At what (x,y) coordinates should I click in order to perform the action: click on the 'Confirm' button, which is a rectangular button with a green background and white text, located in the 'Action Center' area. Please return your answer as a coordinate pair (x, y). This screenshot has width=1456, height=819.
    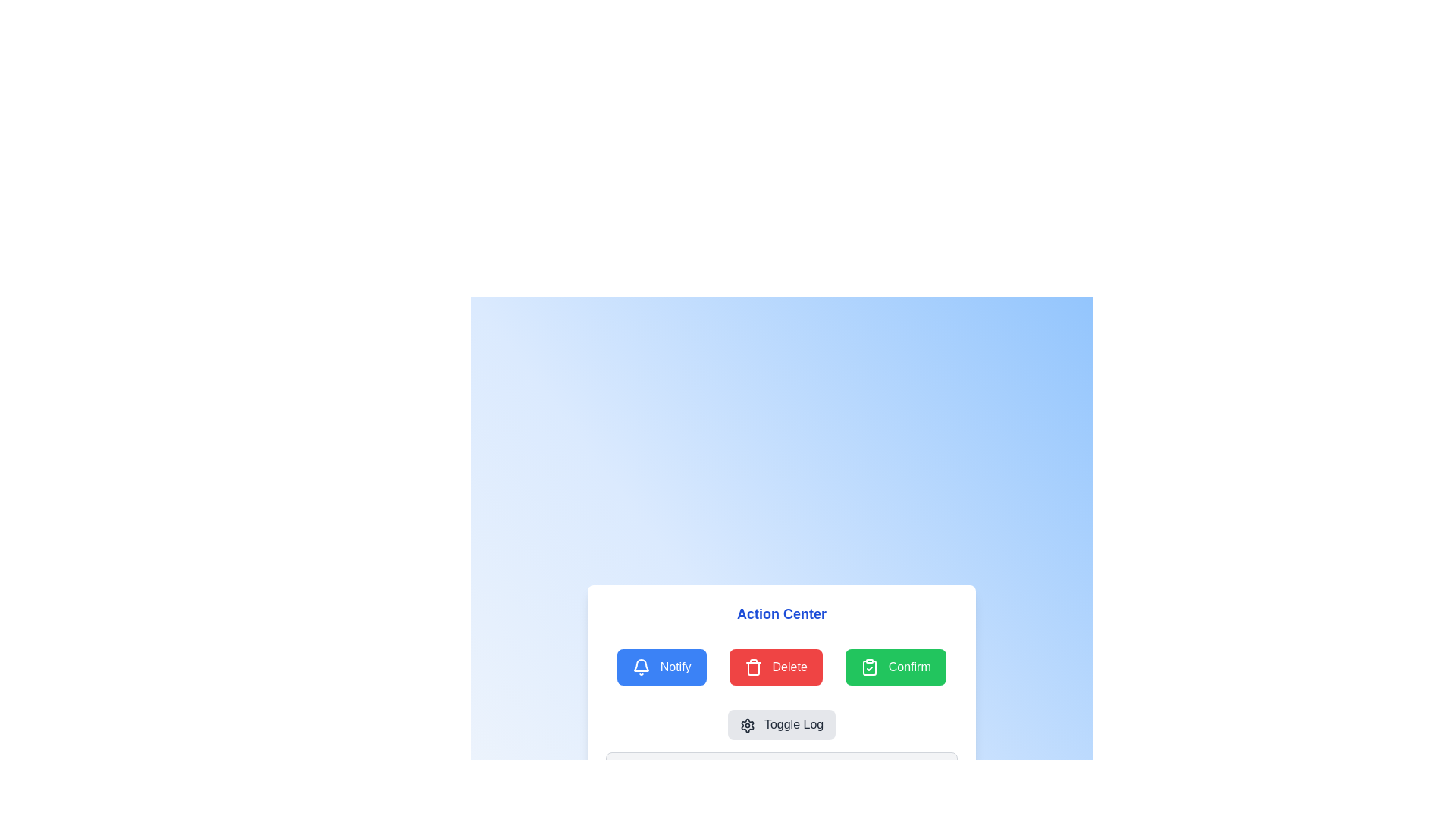
    Looking at the image, I should click on (896, 666).